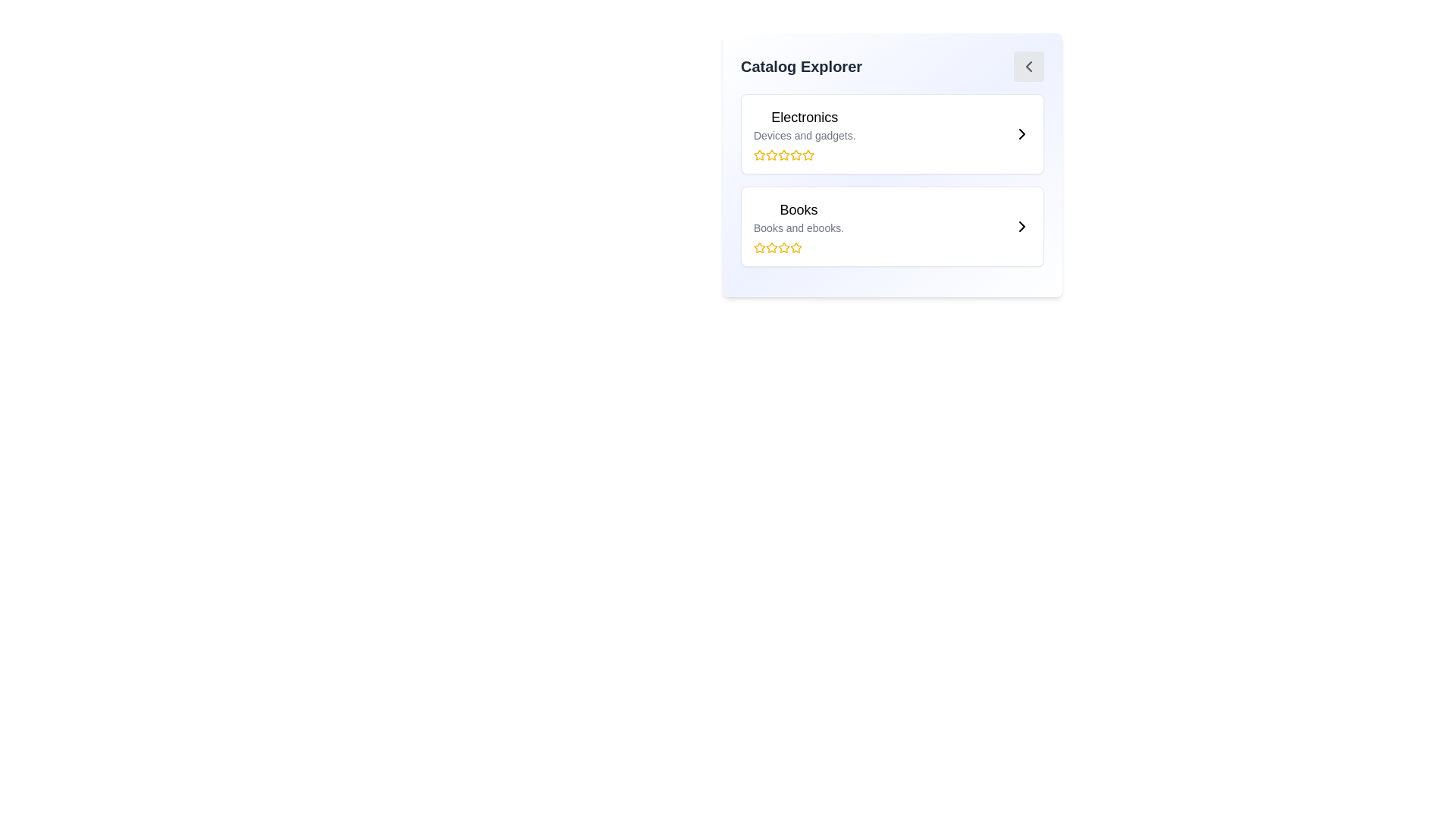  What do you see at coordinates (760, 247) in the screenshot?
I see `the first rating star icon in the 'Books' section below the text 'Books and ebooks'` at bounding box center [760, 247].